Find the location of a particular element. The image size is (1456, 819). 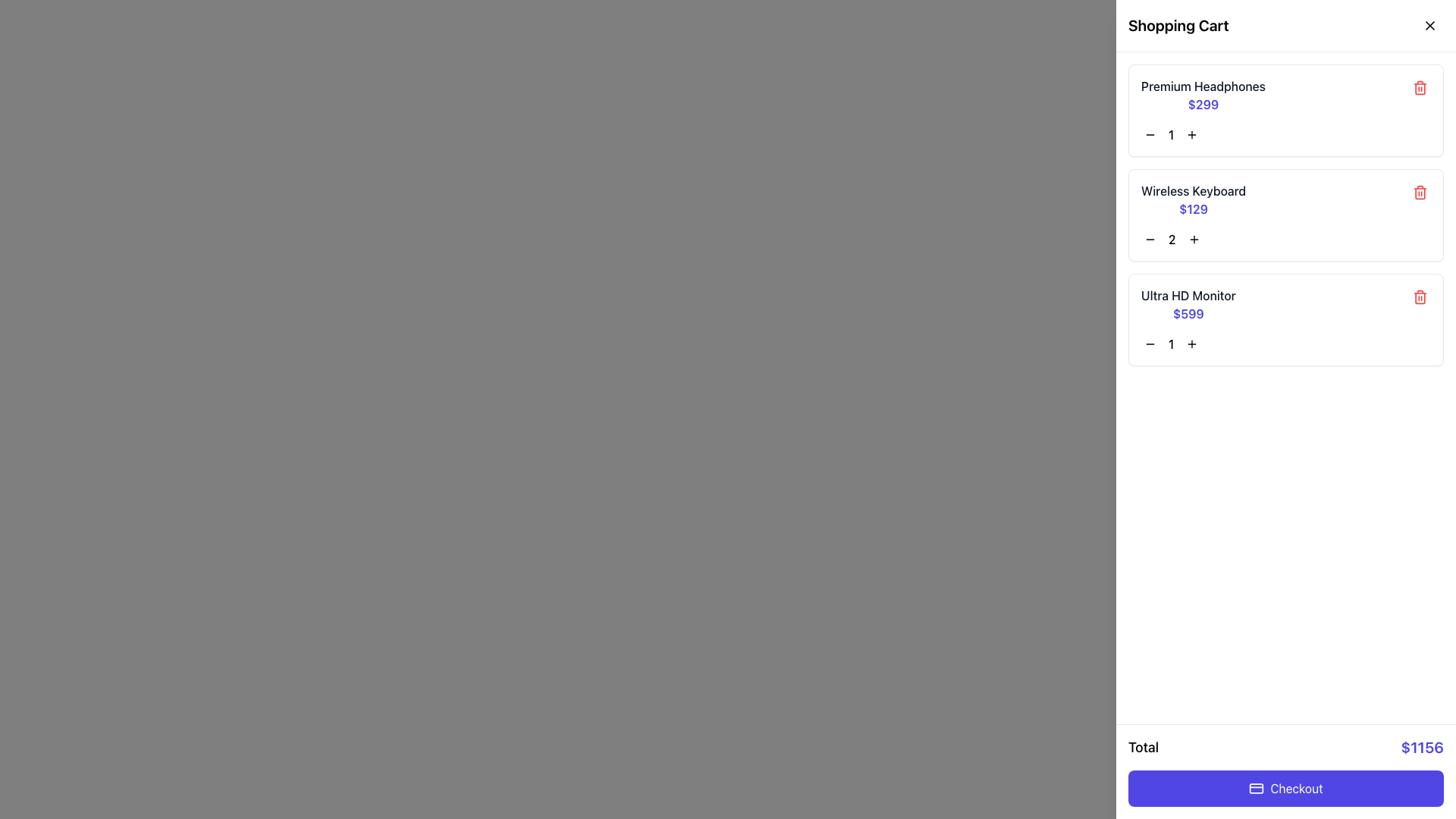

the text label displaying 'Wireless Keyboard' in the shopping cart section, which is positioned above the price '$129' is located at coordinates (1193, 190).